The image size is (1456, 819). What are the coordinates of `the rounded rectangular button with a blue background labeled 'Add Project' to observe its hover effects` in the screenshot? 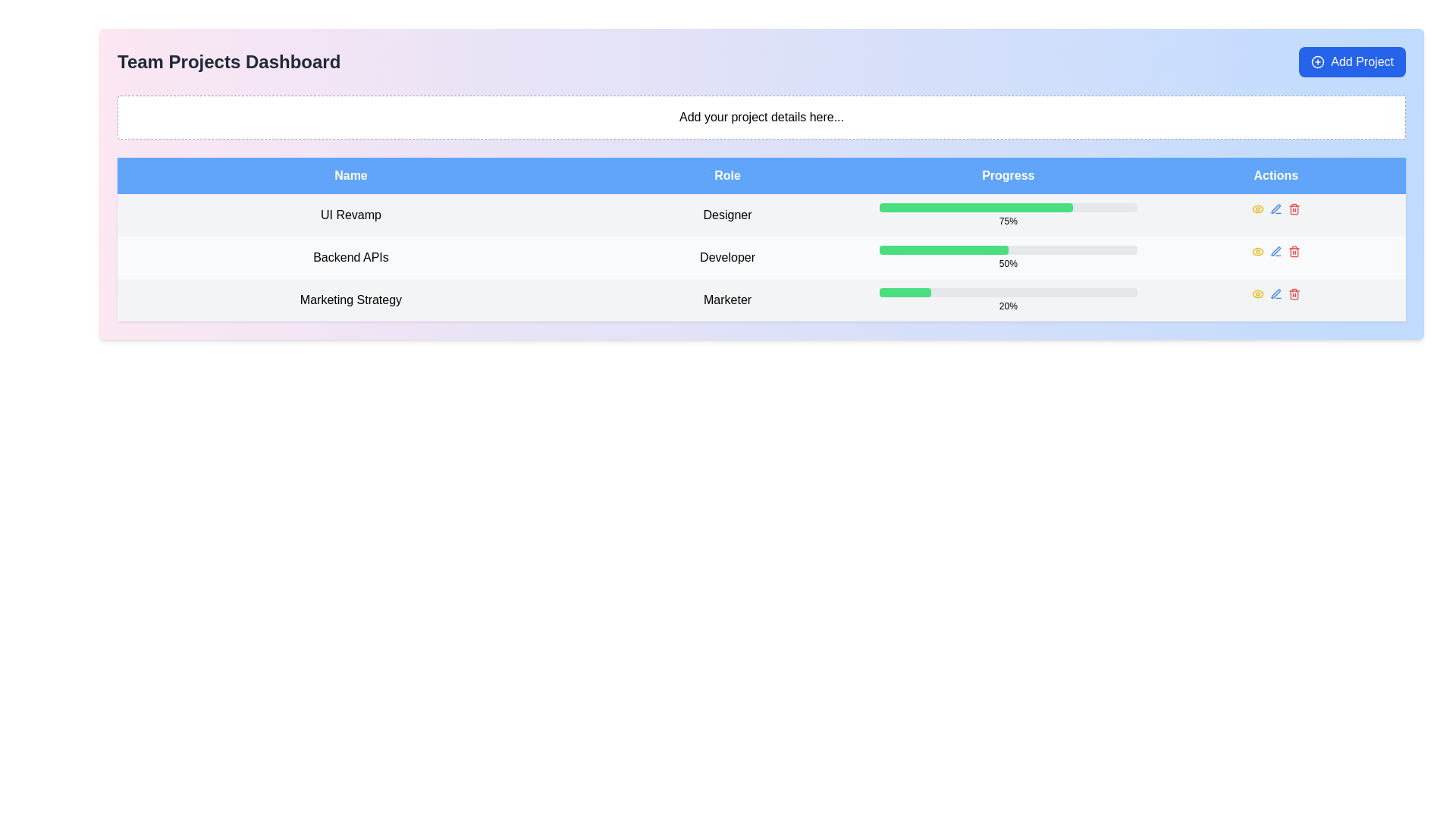 It's located at (1352, 61).